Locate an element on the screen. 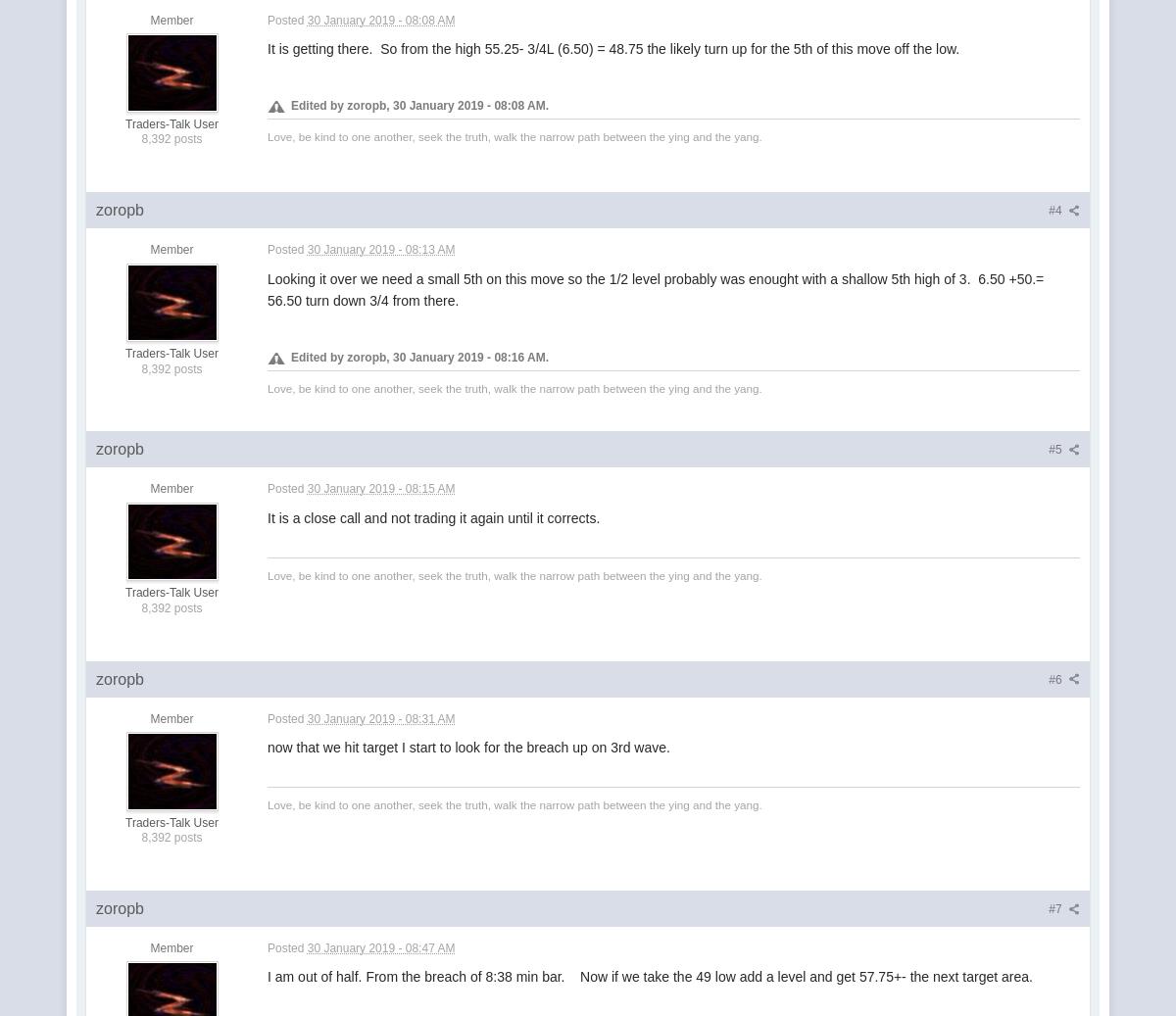 The height and width of the screenshot is (1016, 1176). '30 January 2019 - 08:13 AM' is located at coordinates (306, 247).